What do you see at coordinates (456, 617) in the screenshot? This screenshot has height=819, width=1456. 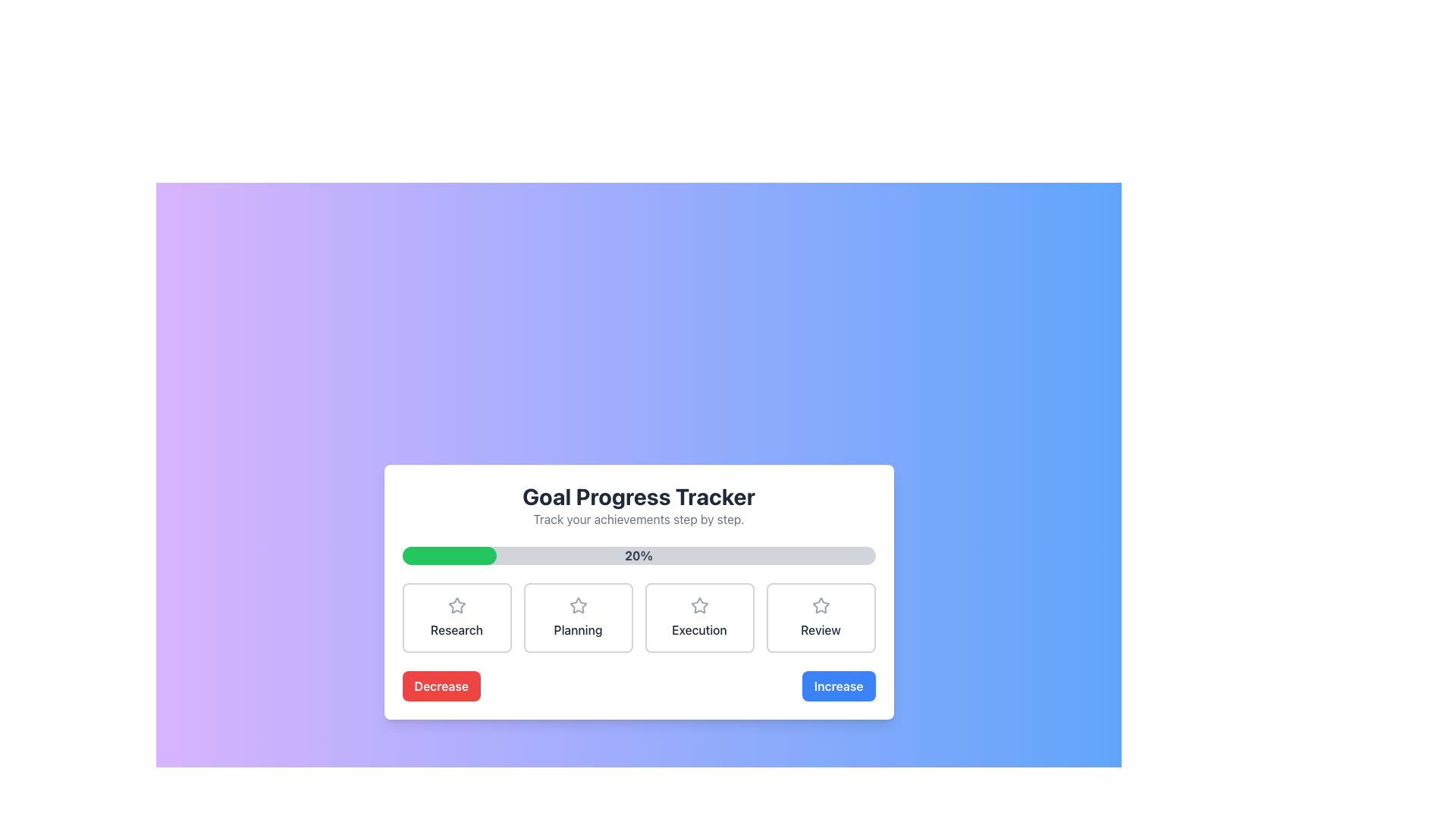 I see `the 'Research' card UI component` at bounding box center [456, 617].